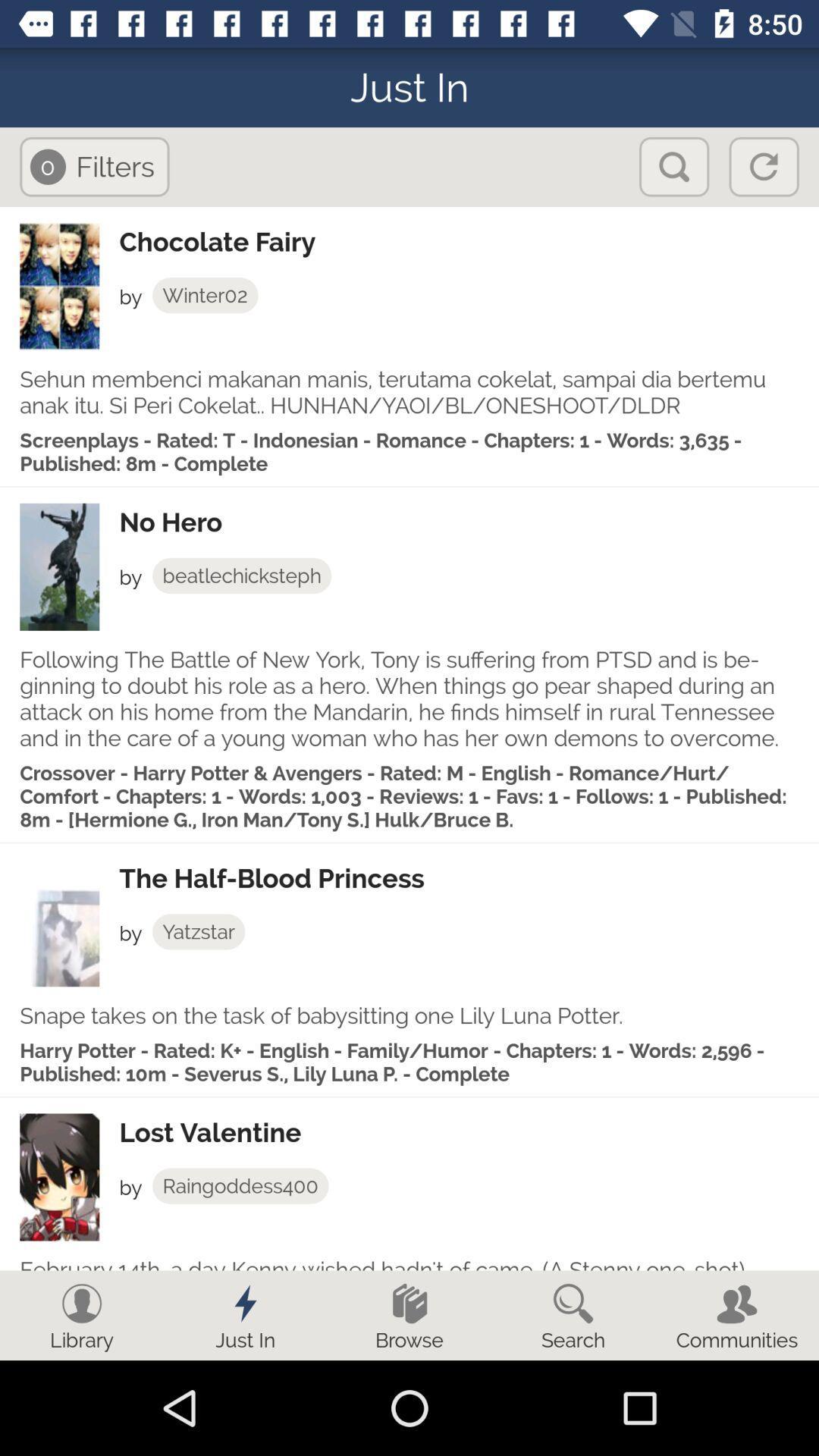 The image size is (819, 1456). Describe the element at coordinates (468, 1132) in the screenshot. I see `the icon above the by app` at that location.